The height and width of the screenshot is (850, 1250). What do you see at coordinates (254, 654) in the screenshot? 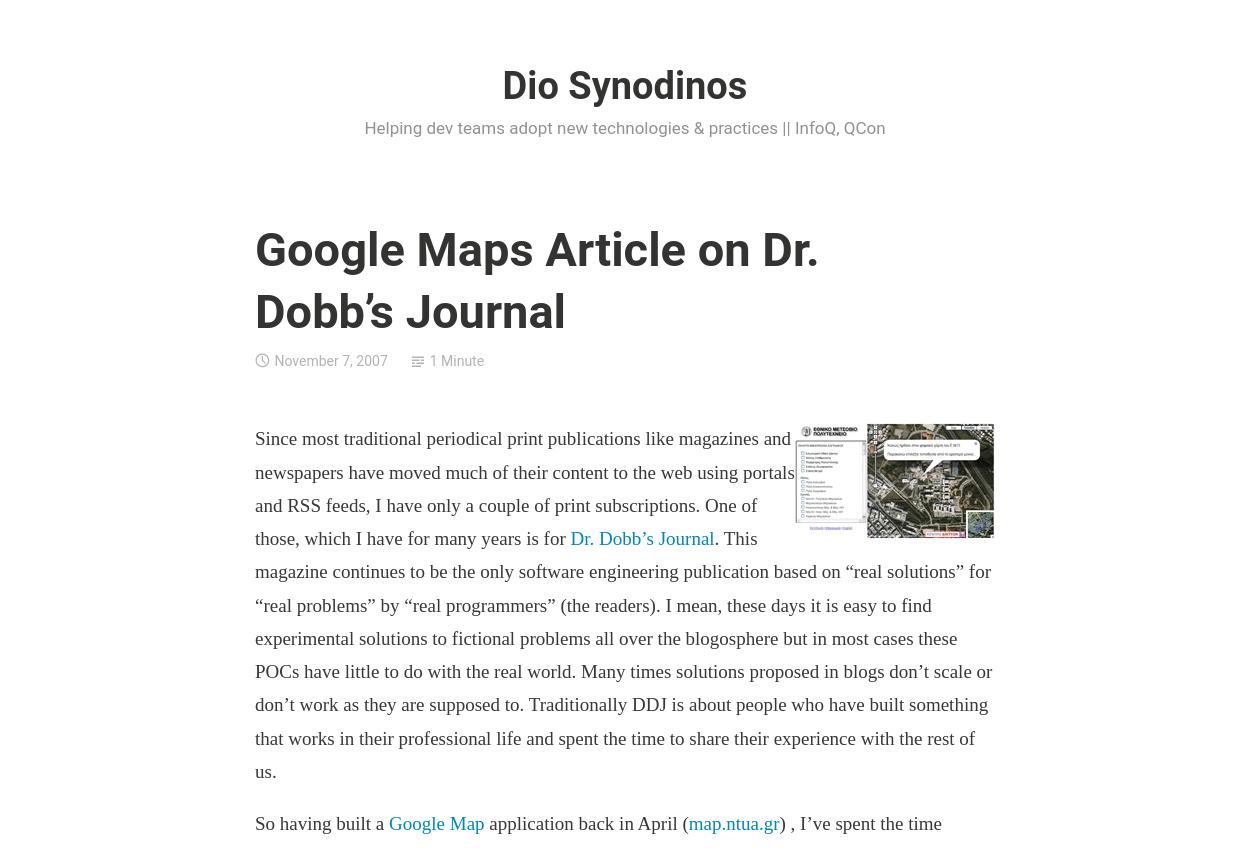
I see `'. This magazine continues to be the only software engineering publication based on “real solutions” for “real problems” by “real programmers” (the readers). I mean, these days it is easy to find experimental solutions to fictional problems all over the blogosphere but in most cases these POCs have little to do with the real world. Many times solutions proposed in blogs don’t scale or don’t work as they are supposed to. Traditionally DDJ is about people who have built something that works in their professional life and spent the time to share their experience with the rest of us.'` at bounding box center [254, 654].